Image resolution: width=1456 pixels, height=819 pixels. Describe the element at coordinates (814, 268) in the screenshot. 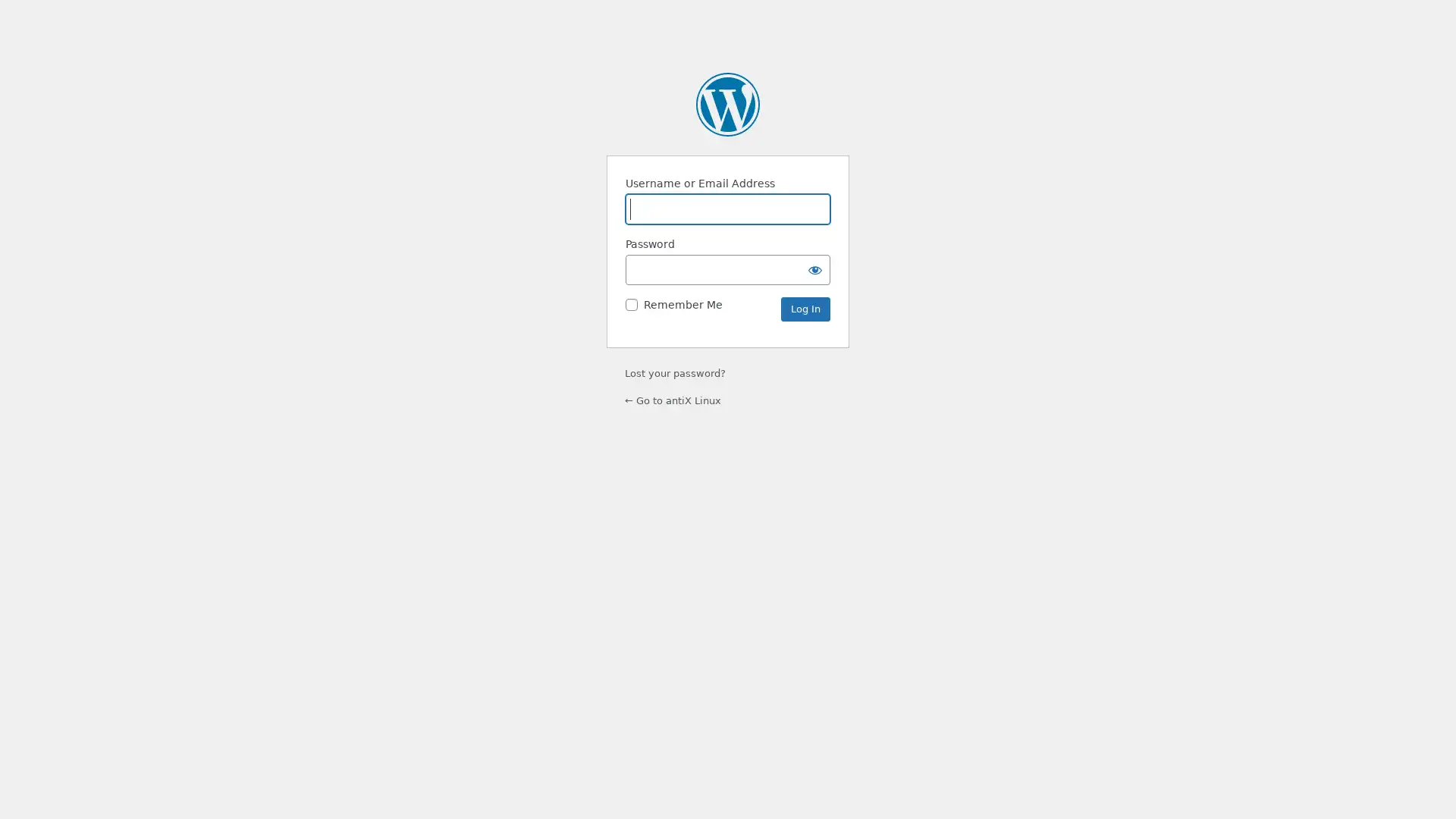

I see `Show password` at that location.